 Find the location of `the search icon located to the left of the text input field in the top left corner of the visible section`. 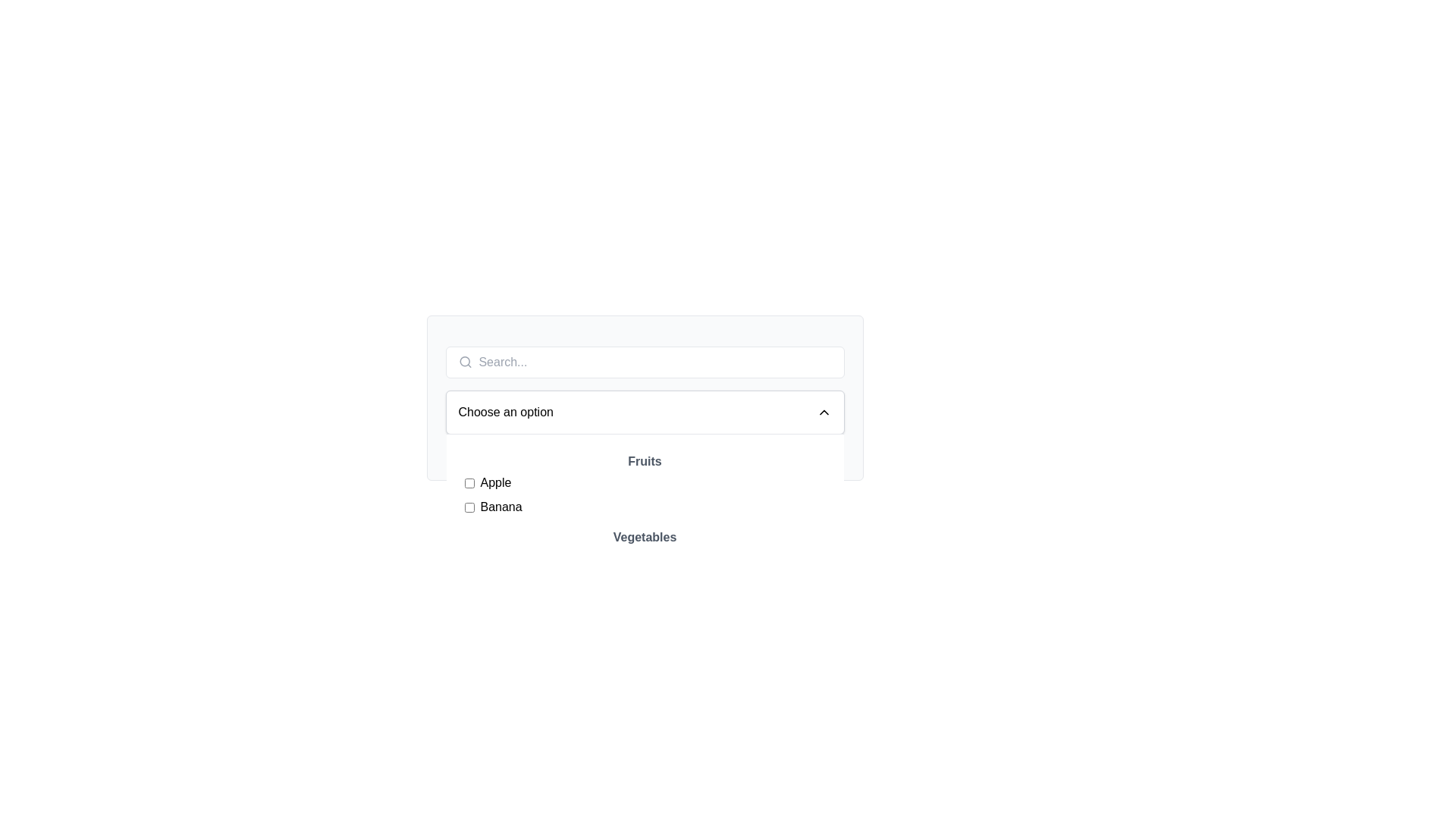

the search icon located to the left of the text input field in the top left corner of the visible section is located at coordinates (465, 362).